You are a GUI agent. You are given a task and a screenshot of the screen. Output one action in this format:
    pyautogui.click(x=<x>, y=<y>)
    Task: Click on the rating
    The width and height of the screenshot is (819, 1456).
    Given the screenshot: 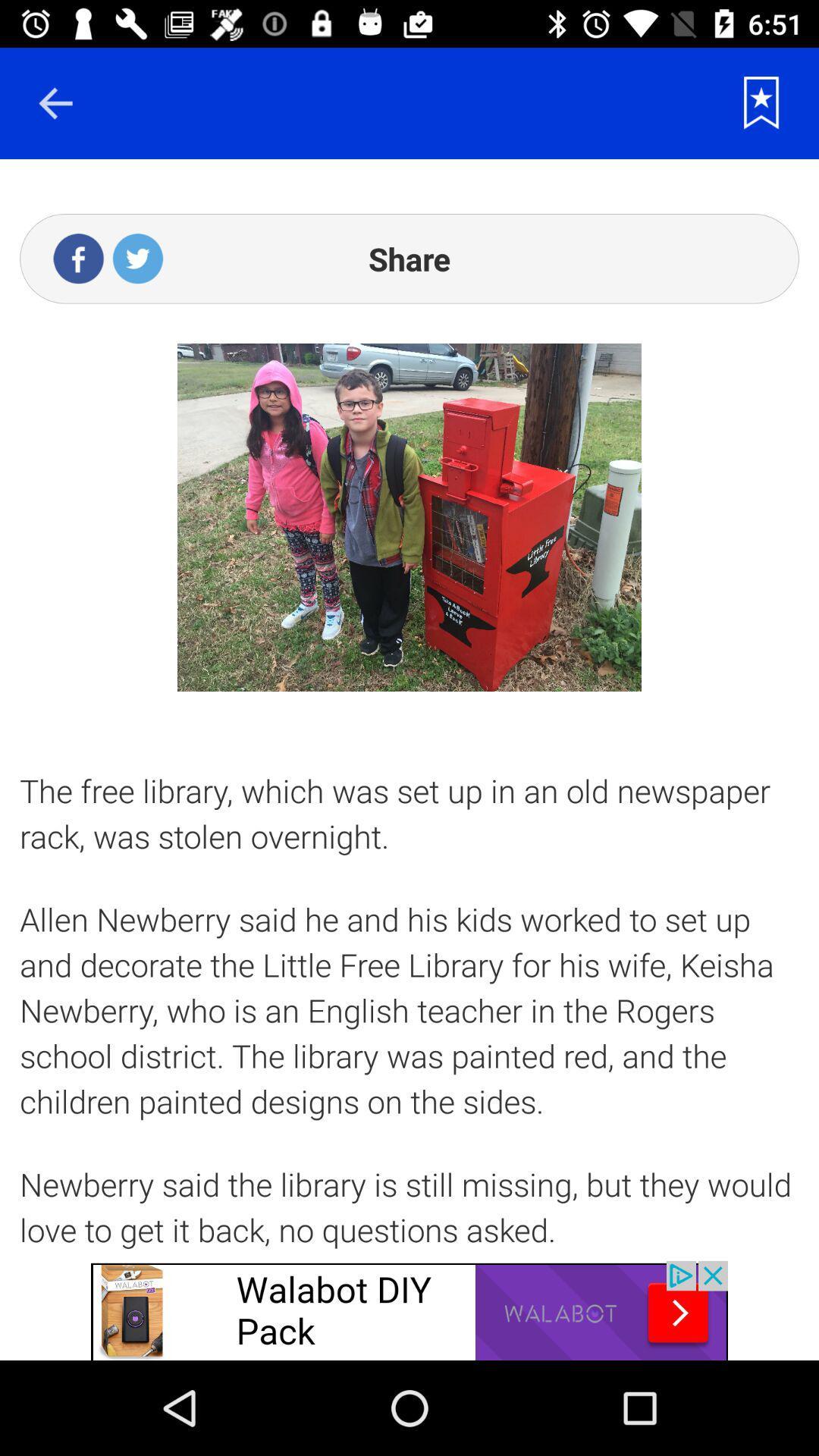 What is the action you would take?
    pyautogui.click(x=761, y=102)
    